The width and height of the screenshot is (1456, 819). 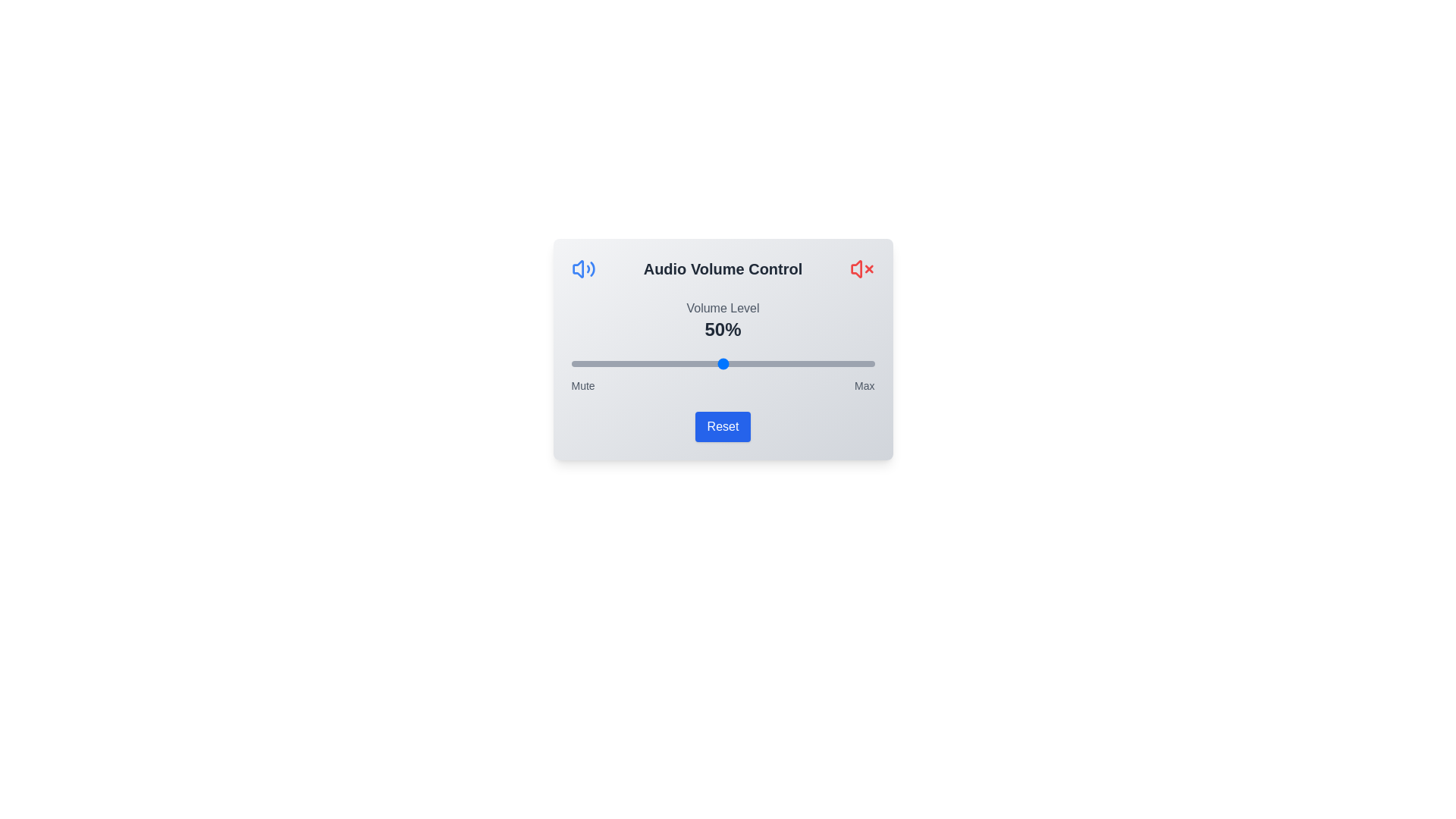 I want to click on the volume slider to 50%, so click(x=722, y=363).